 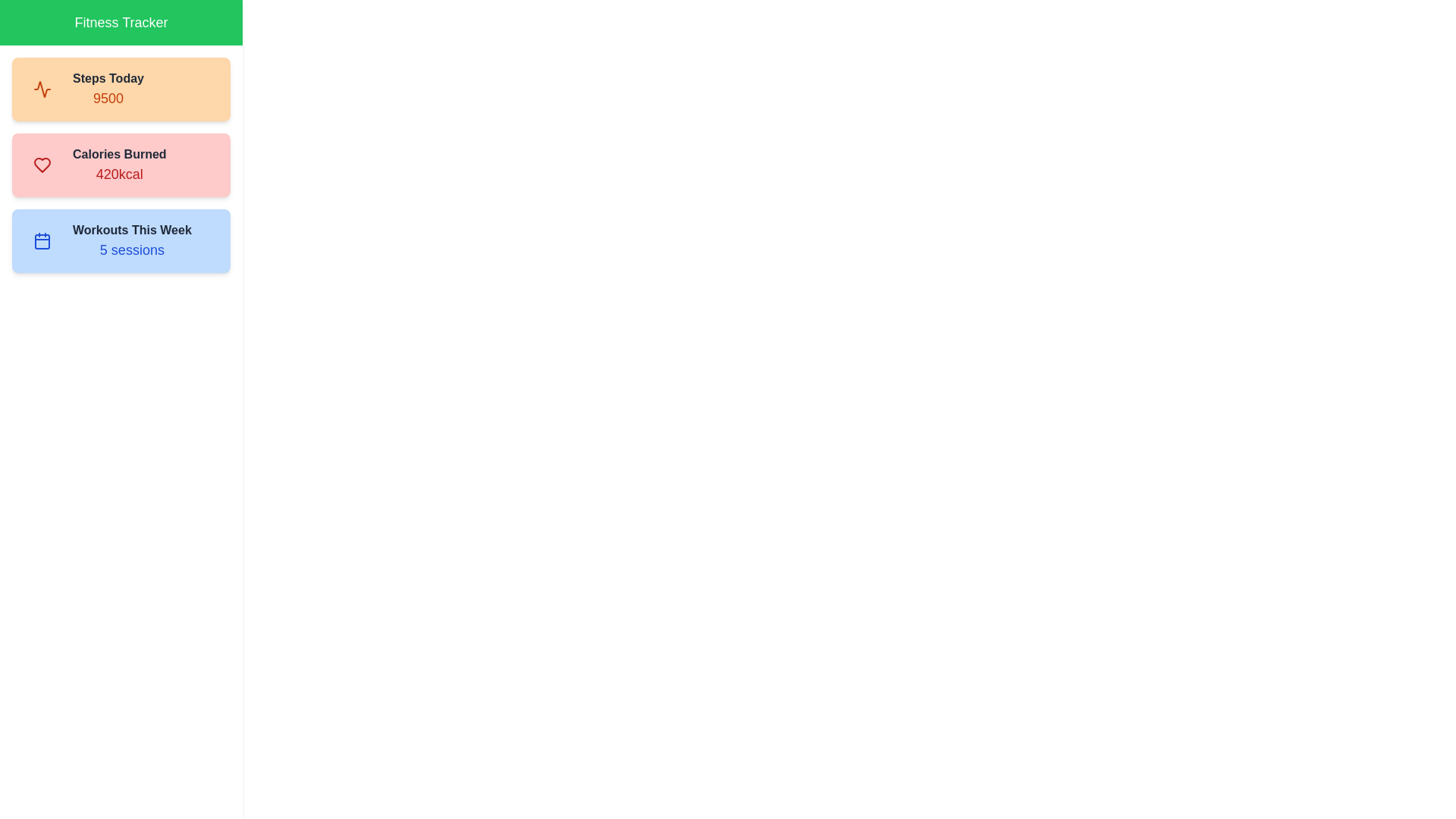 I want to click on toggle button at the top-left corner of the screen to toggle the drawer's visibility, so click(x=30, y=30).